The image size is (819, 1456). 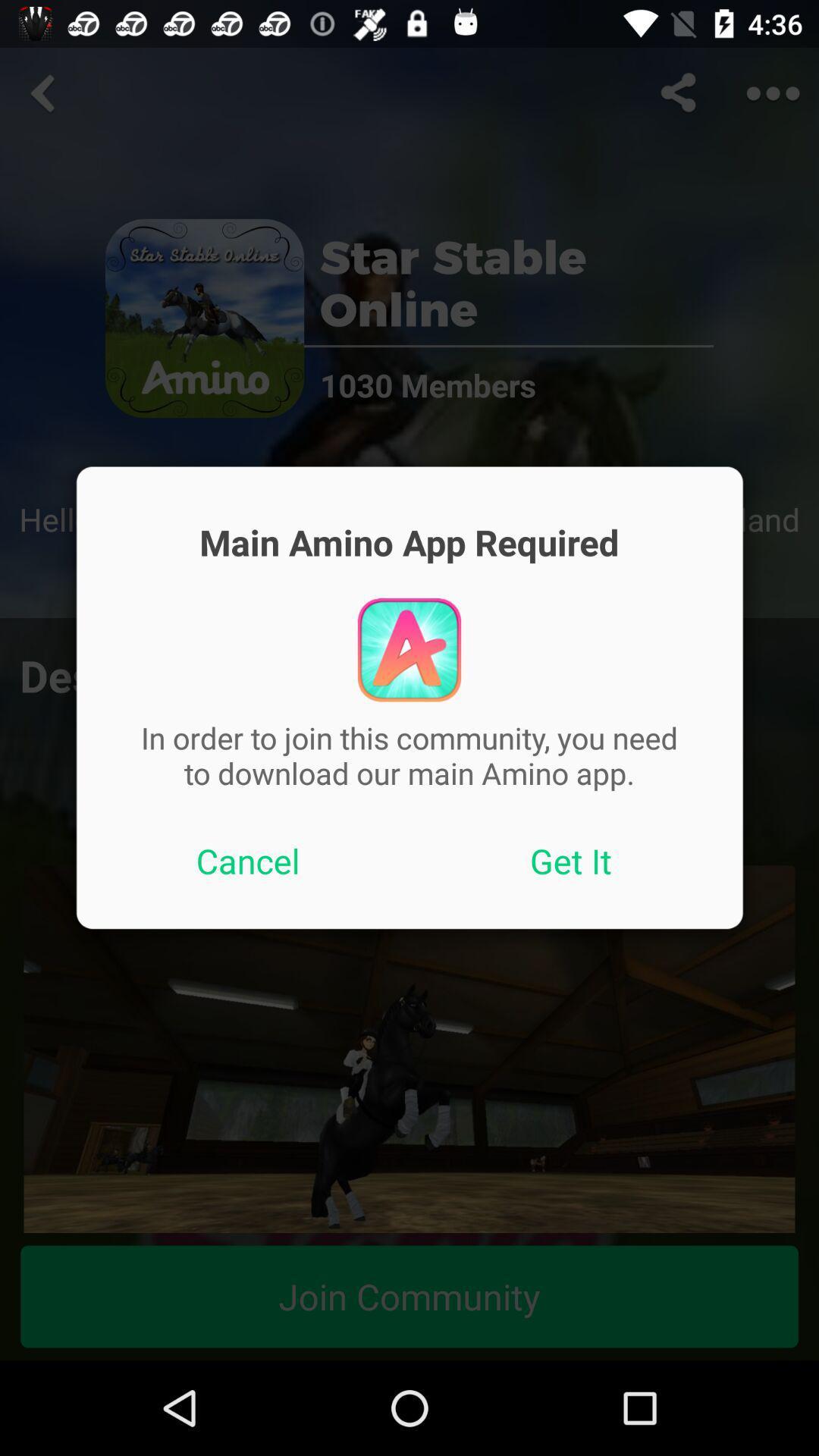 I want to click on icon to the right of cancel icon, so click(x=571, y=861).